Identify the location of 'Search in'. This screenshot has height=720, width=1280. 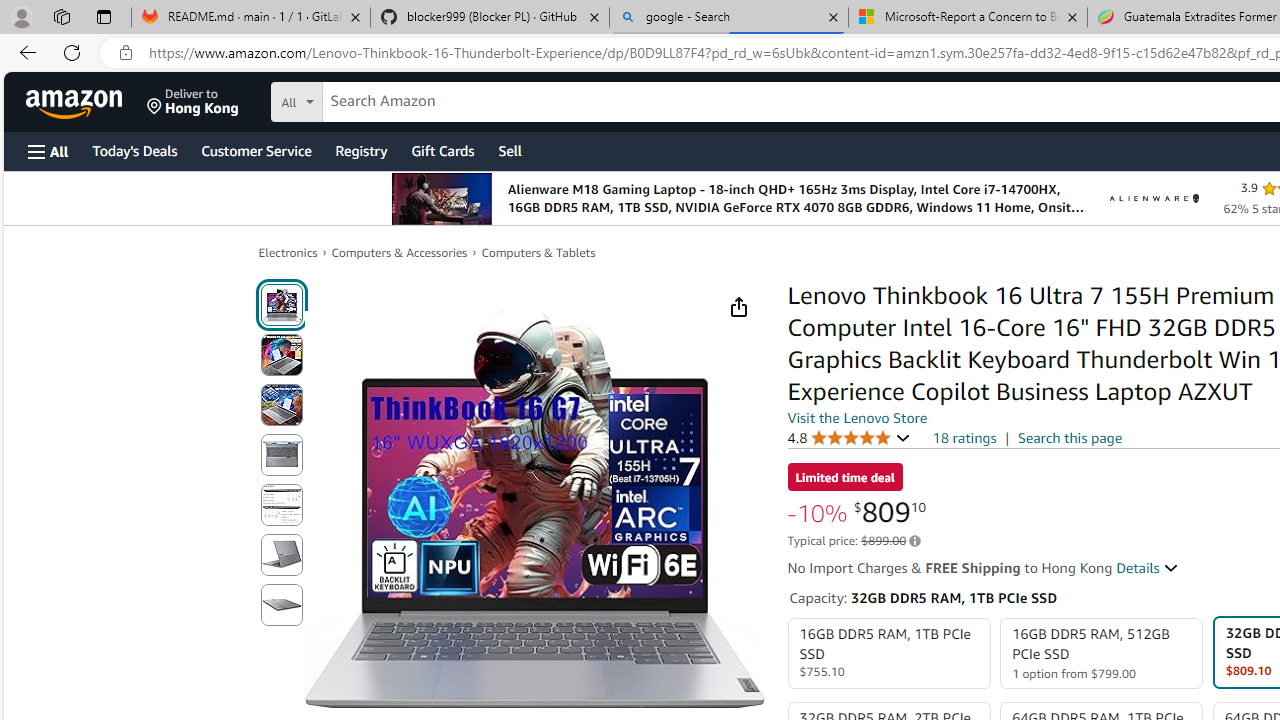
(371, 99).